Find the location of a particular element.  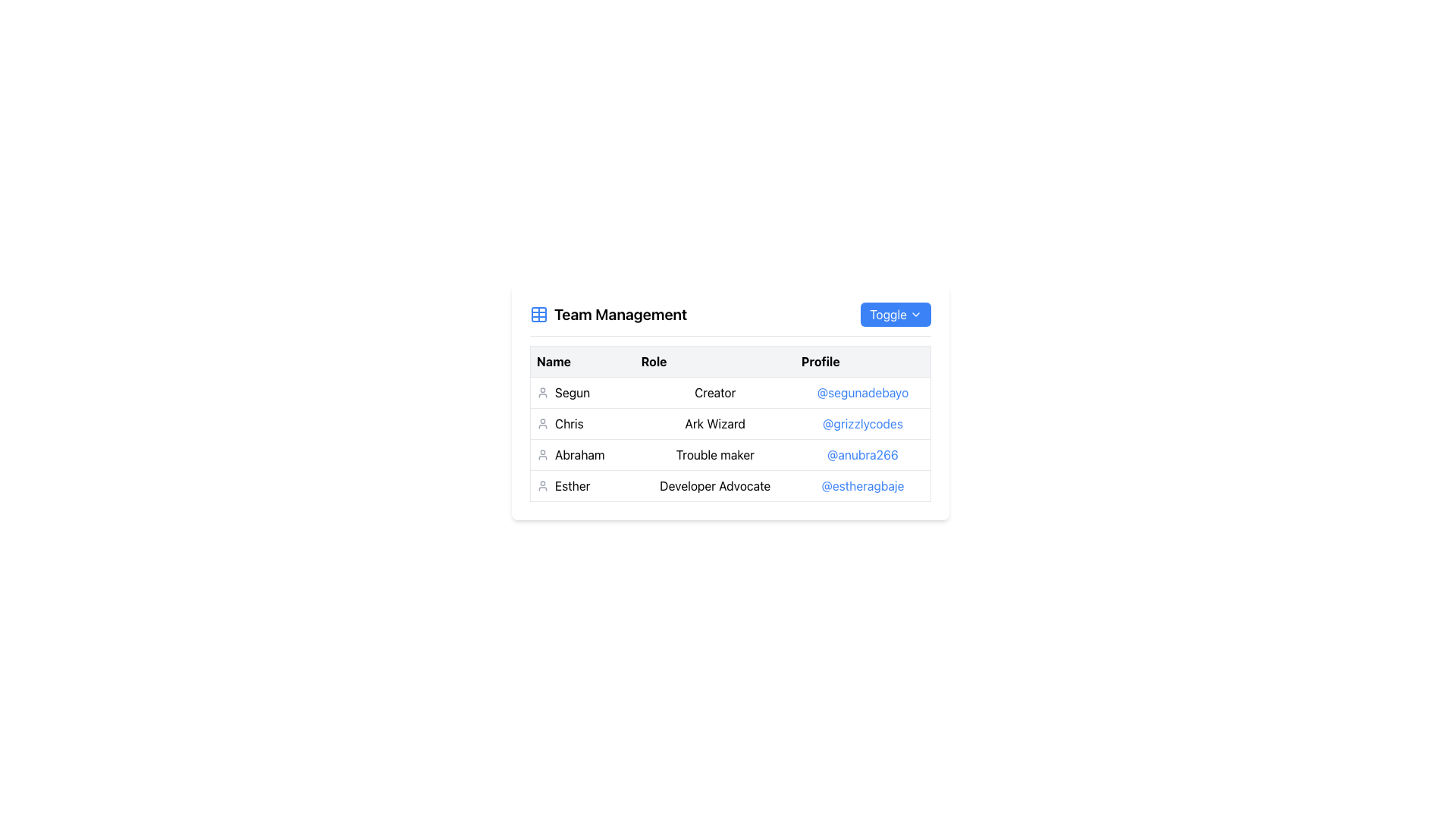

the Text Label that displays the role associated with 'Chris', located in the second column of the second row of the table, between 'Chris' and '@grizzlycodes' is located at coordinates (714, 424).